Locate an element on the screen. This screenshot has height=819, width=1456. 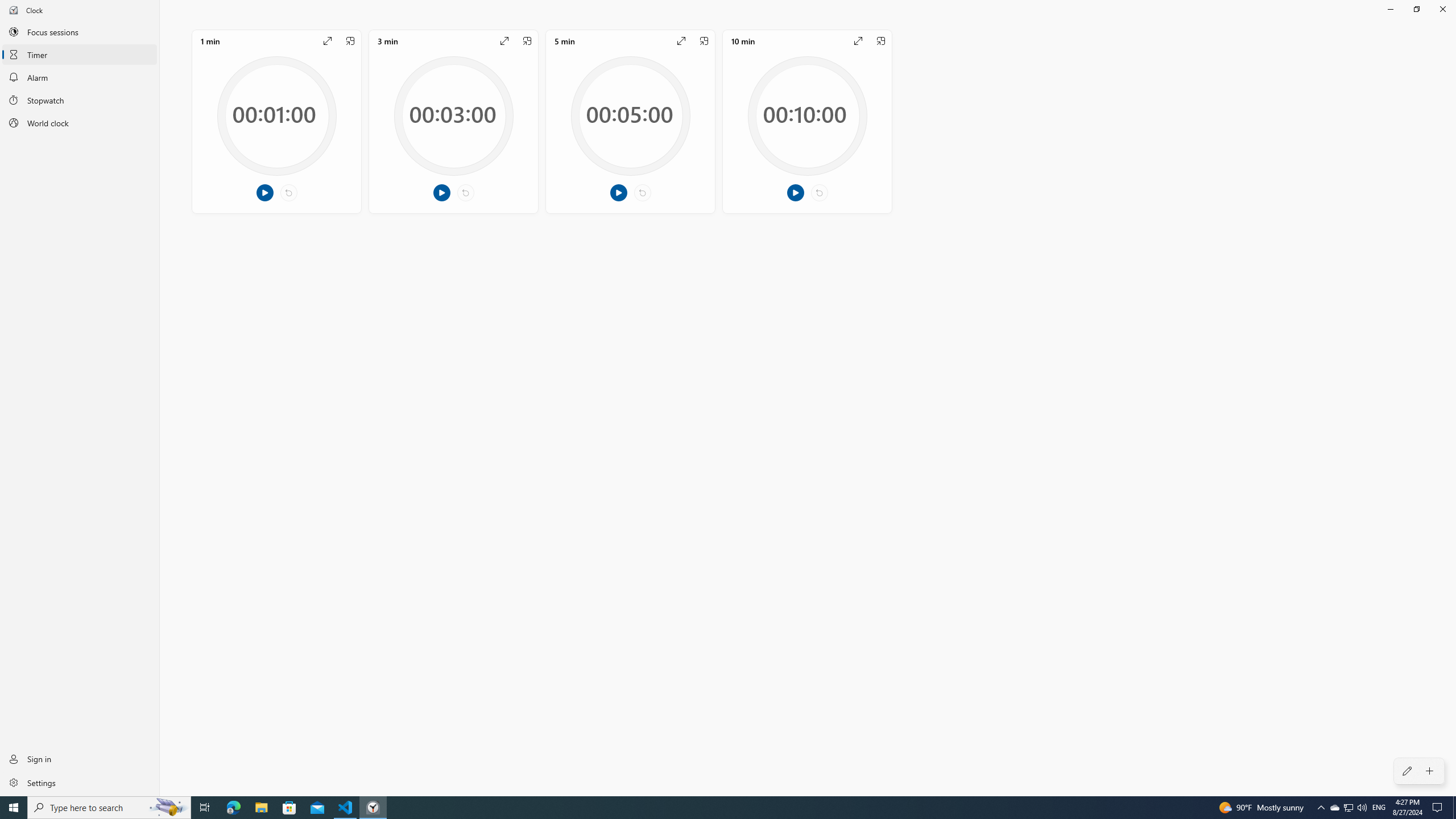
'World clock' is located at coordinates (79, 122).